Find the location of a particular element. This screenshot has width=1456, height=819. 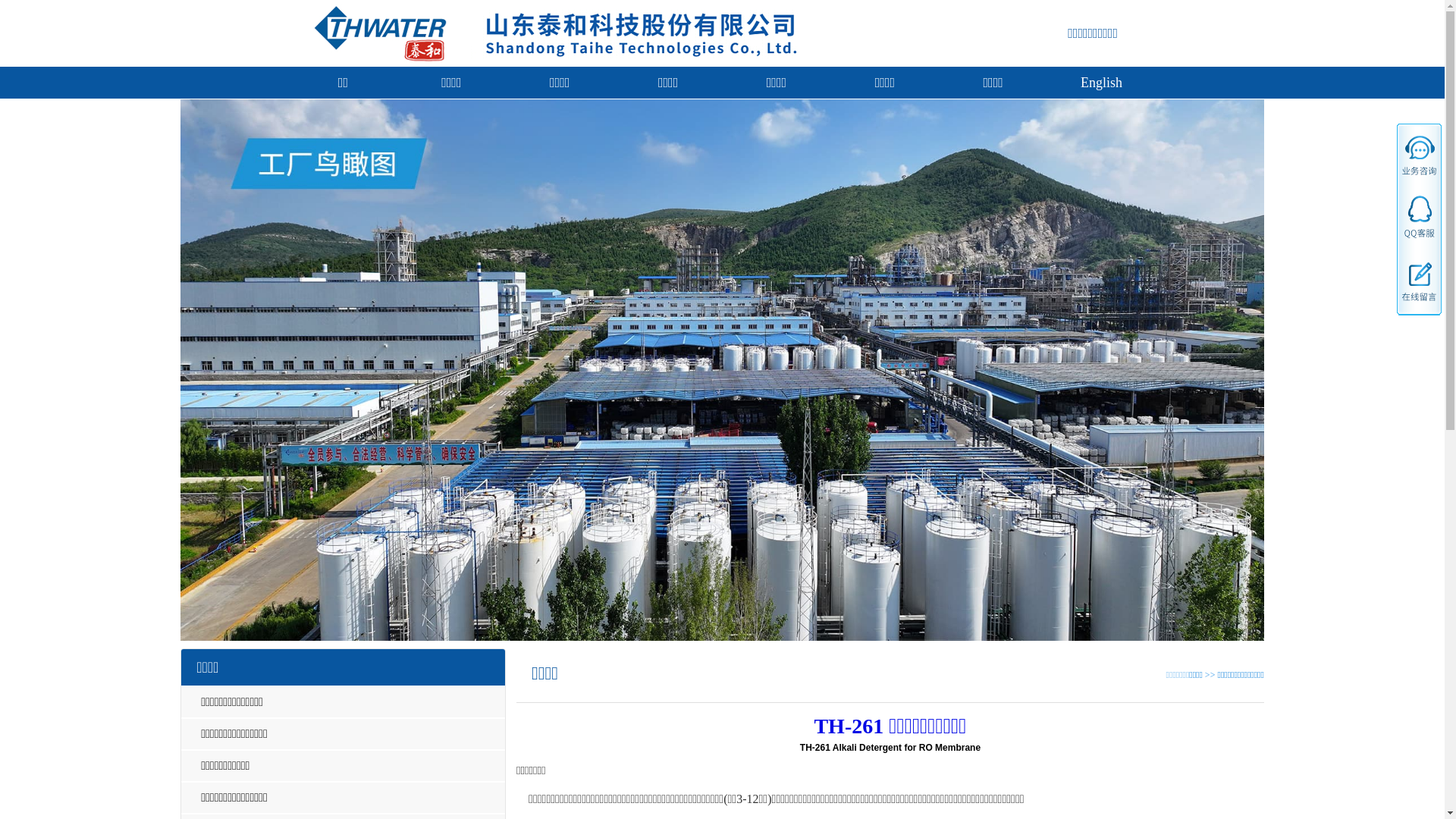

'English' is located at coordinates (1101, 82).